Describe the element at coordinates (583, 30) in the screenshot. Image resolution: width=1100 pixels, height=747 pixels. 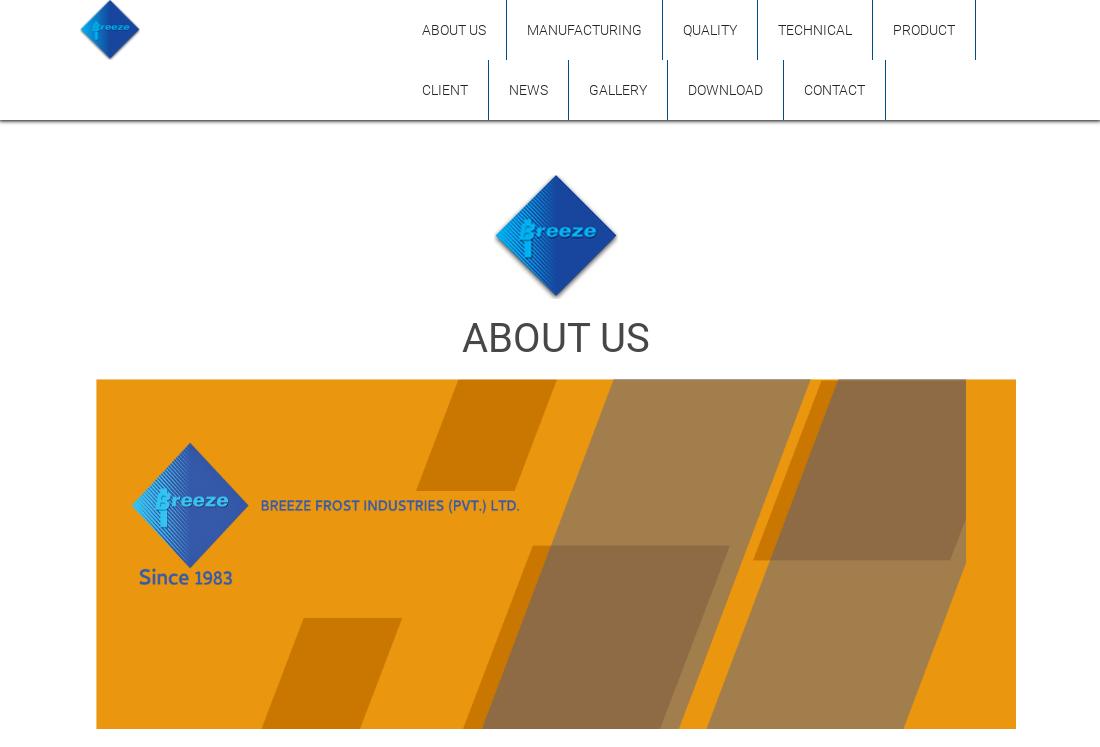
I see `'Manufacturing'` at that location.